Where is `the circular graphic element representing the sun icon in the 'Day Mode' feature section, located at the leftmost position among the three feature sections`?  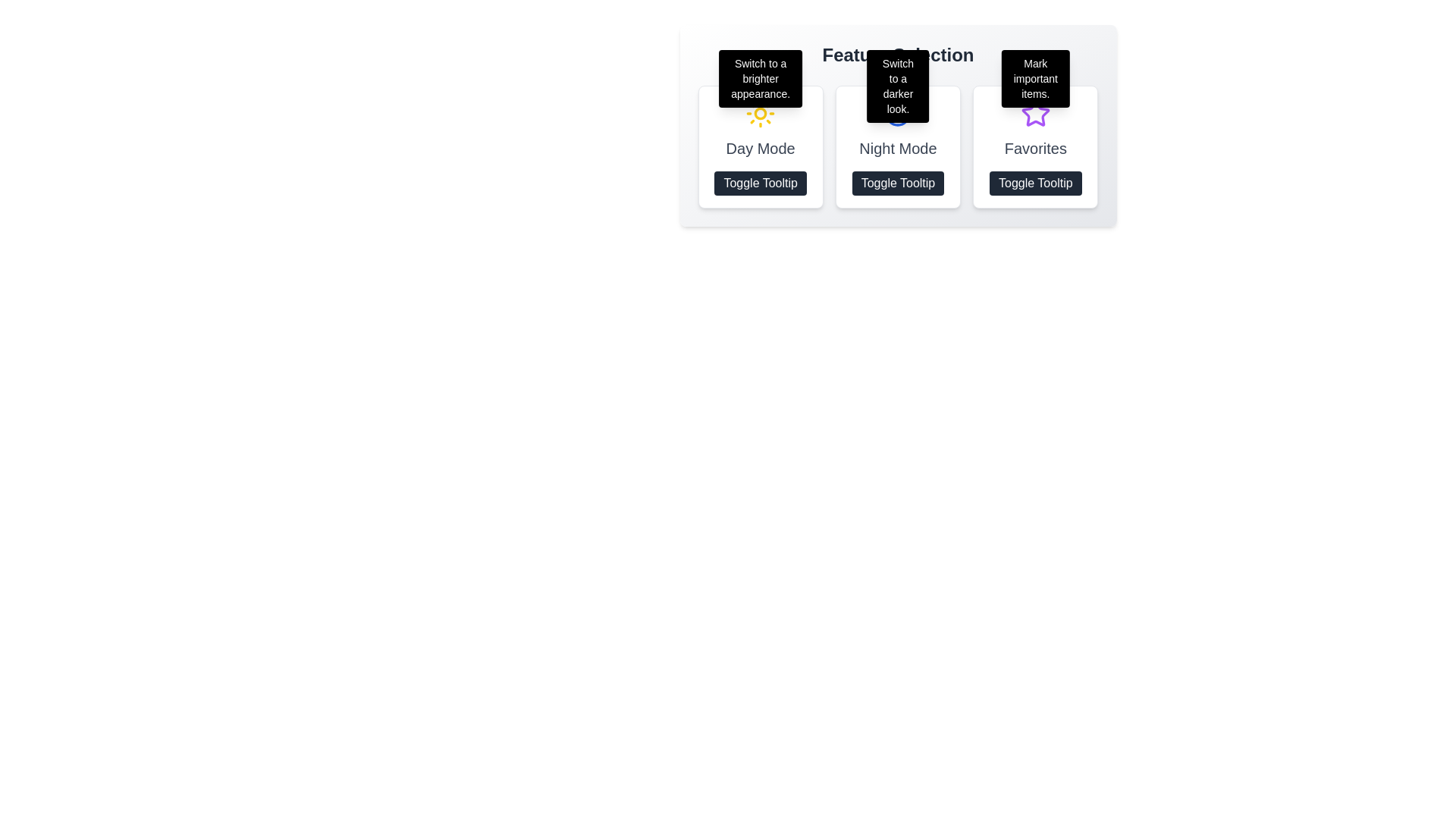
the circular graphic element representing the sun icon in the 'Day Mode' feature section, located at the leftmost position among the three feature sections is located at coordinates (761, 113).